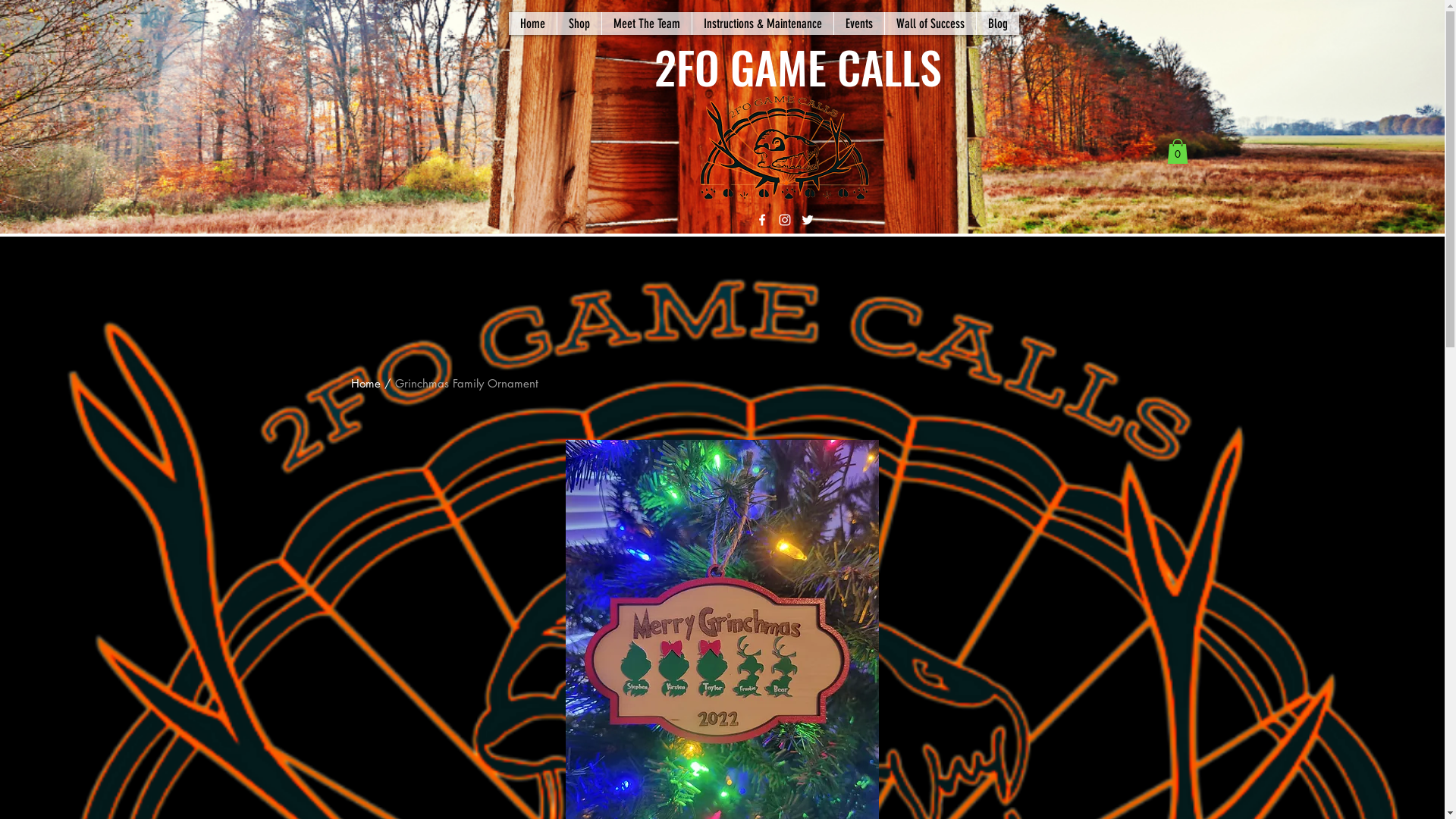  I want to click on 'Grinchmas Family Ornament', so click(394, 382).